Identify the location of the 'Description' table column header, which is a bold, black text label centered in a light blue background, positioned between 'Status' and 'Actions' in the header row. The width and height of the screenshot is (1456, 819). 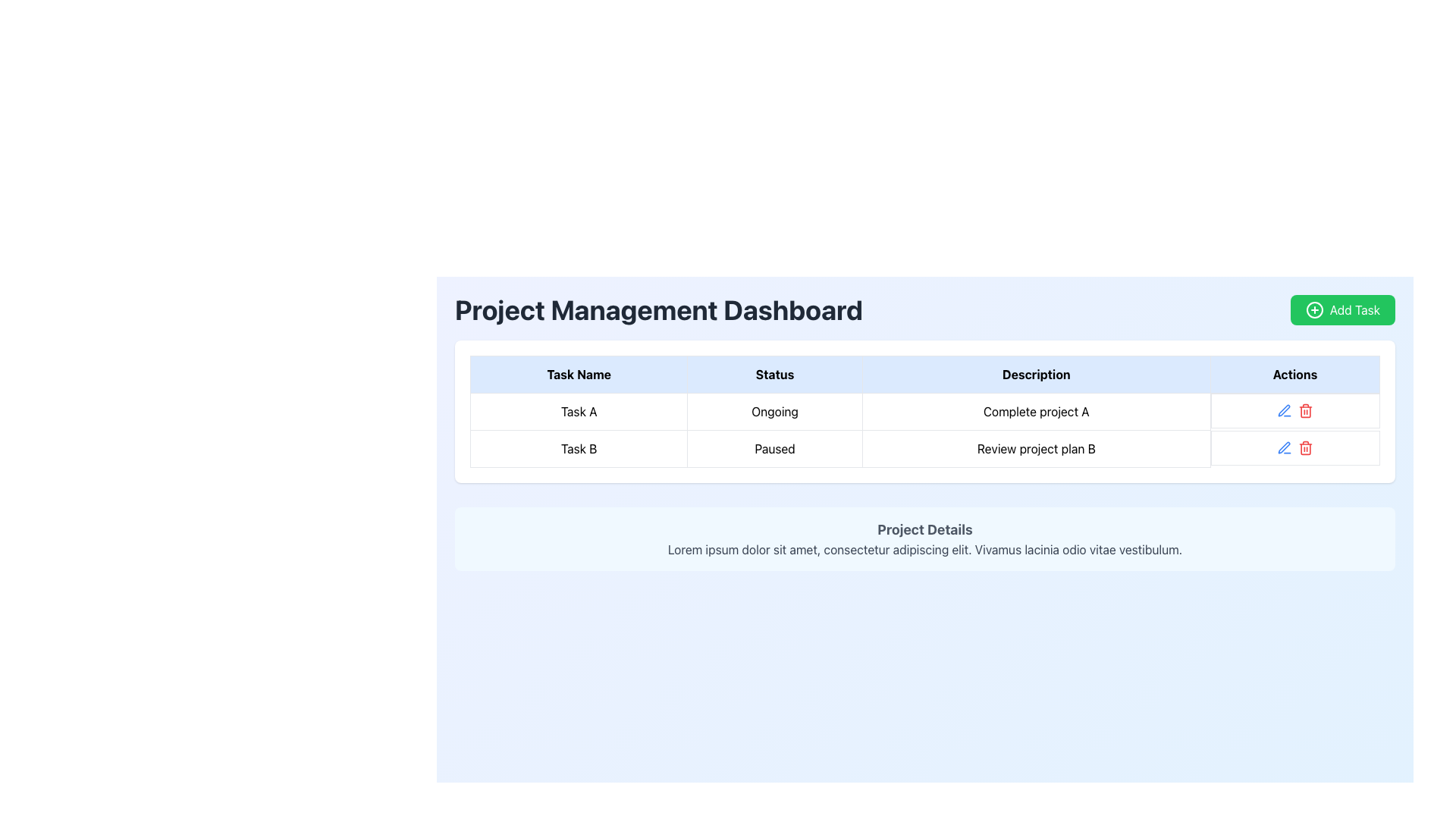
(1035, 374).